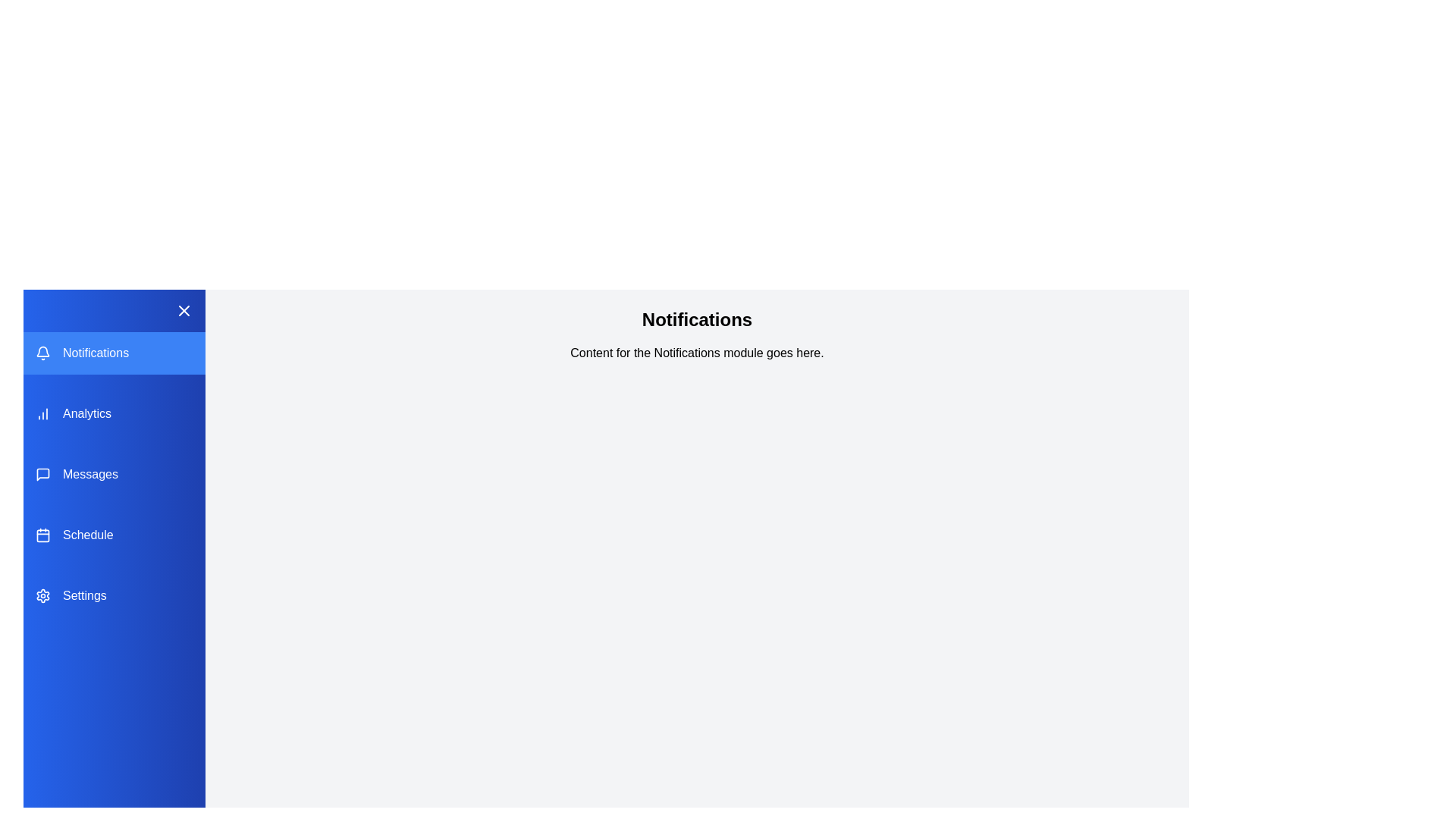 The width and height of the screenshot is (1456, 819). Describe the element at coordinates (113, 473) in the screenshot. I see `the module Messages from the sidebar` at that location.